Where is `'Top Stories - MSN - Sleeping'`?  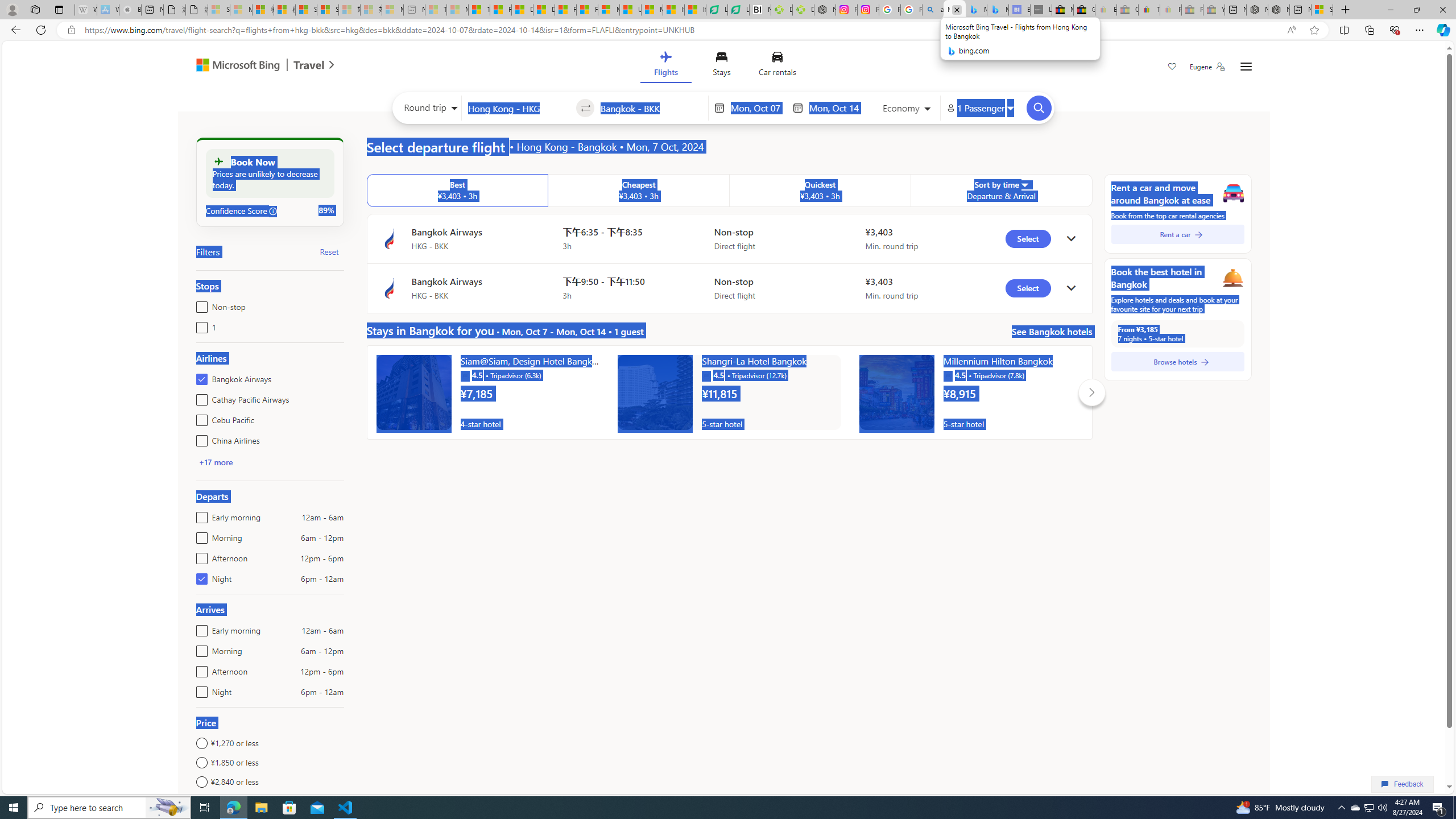 'Top Stories - MSN - Sleeping' is located at coordinates (436, 9).